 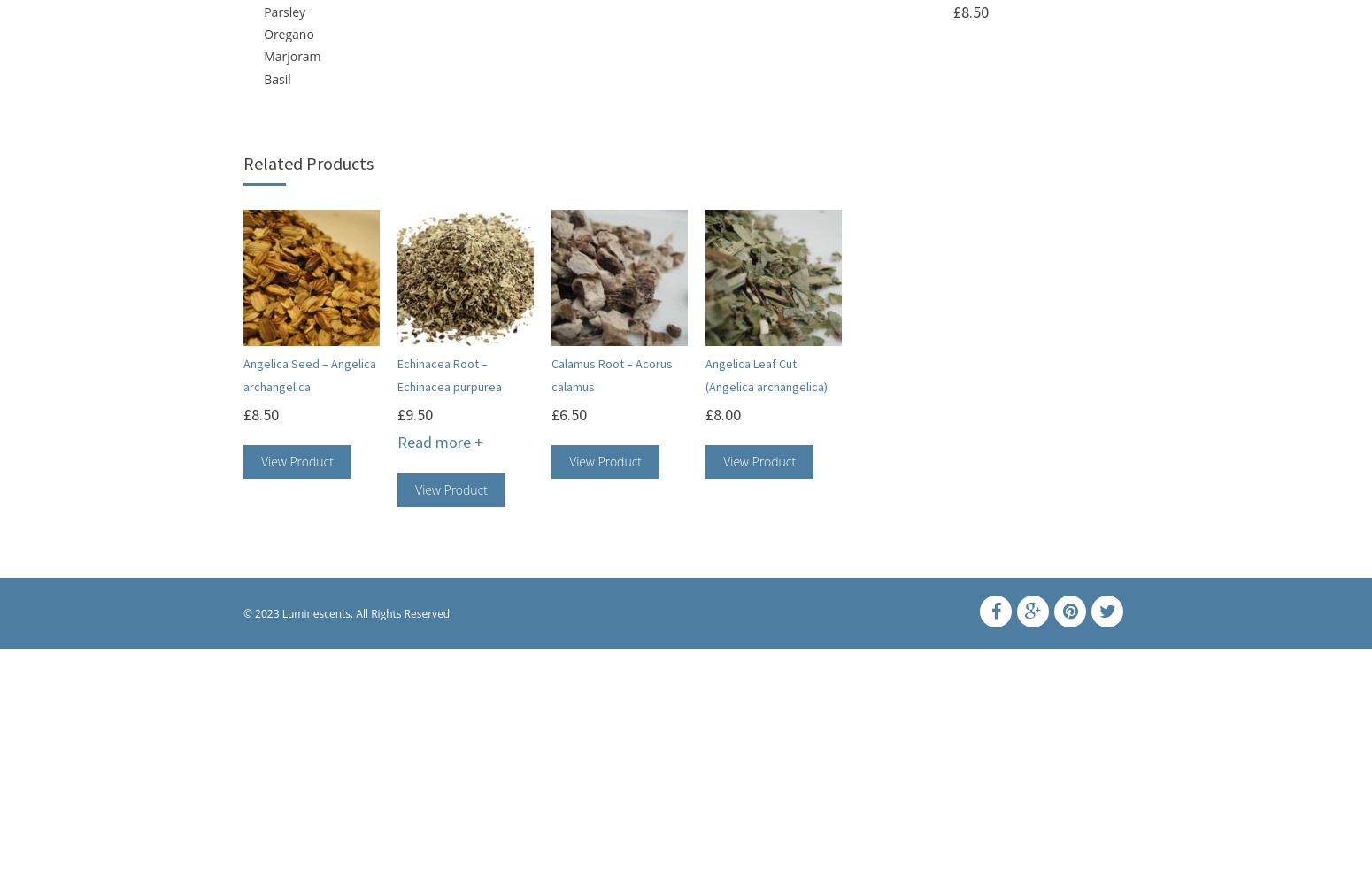 What do you see at coordinates (287, 34) in the screenshot?
I see `'Oregano'` at bounding box center [287, 34].